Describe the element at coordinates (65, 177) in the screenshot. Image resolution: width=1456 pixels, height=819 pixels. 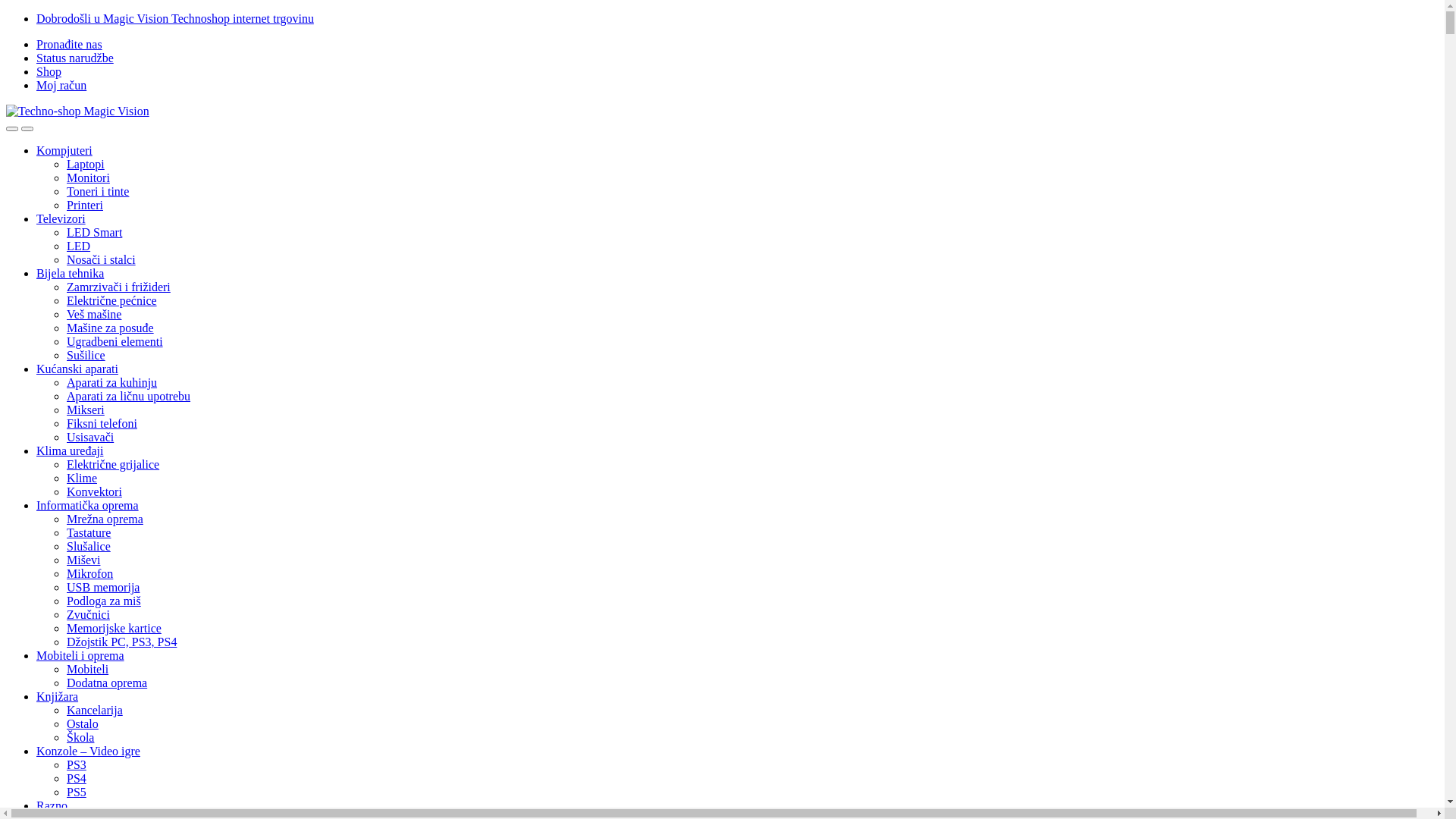
I see `'Monitori'` at that location.